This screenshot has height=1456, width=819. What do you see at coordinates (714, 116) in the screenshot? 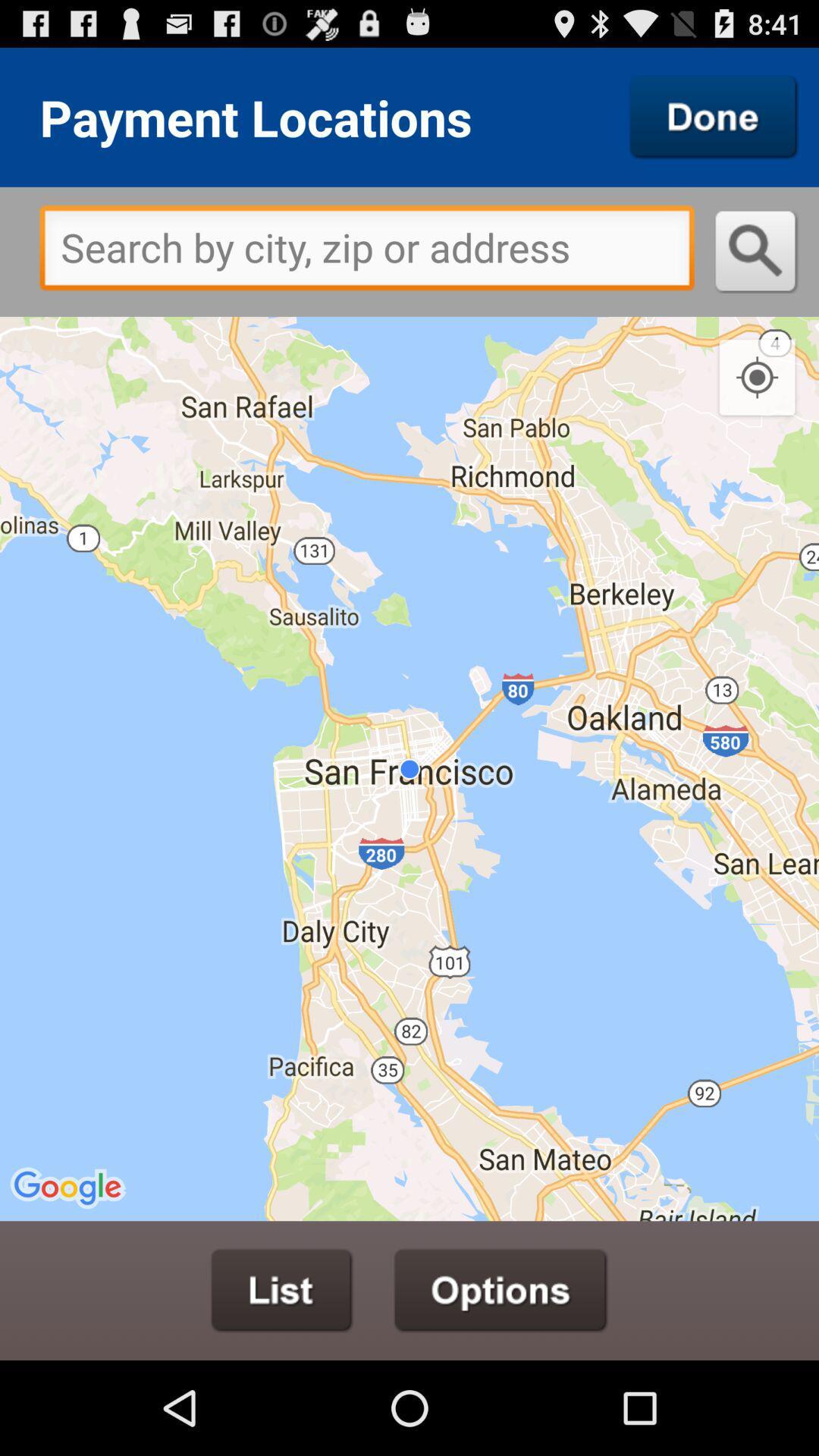
I see `done button for completion` at bounding box center [714, 116].